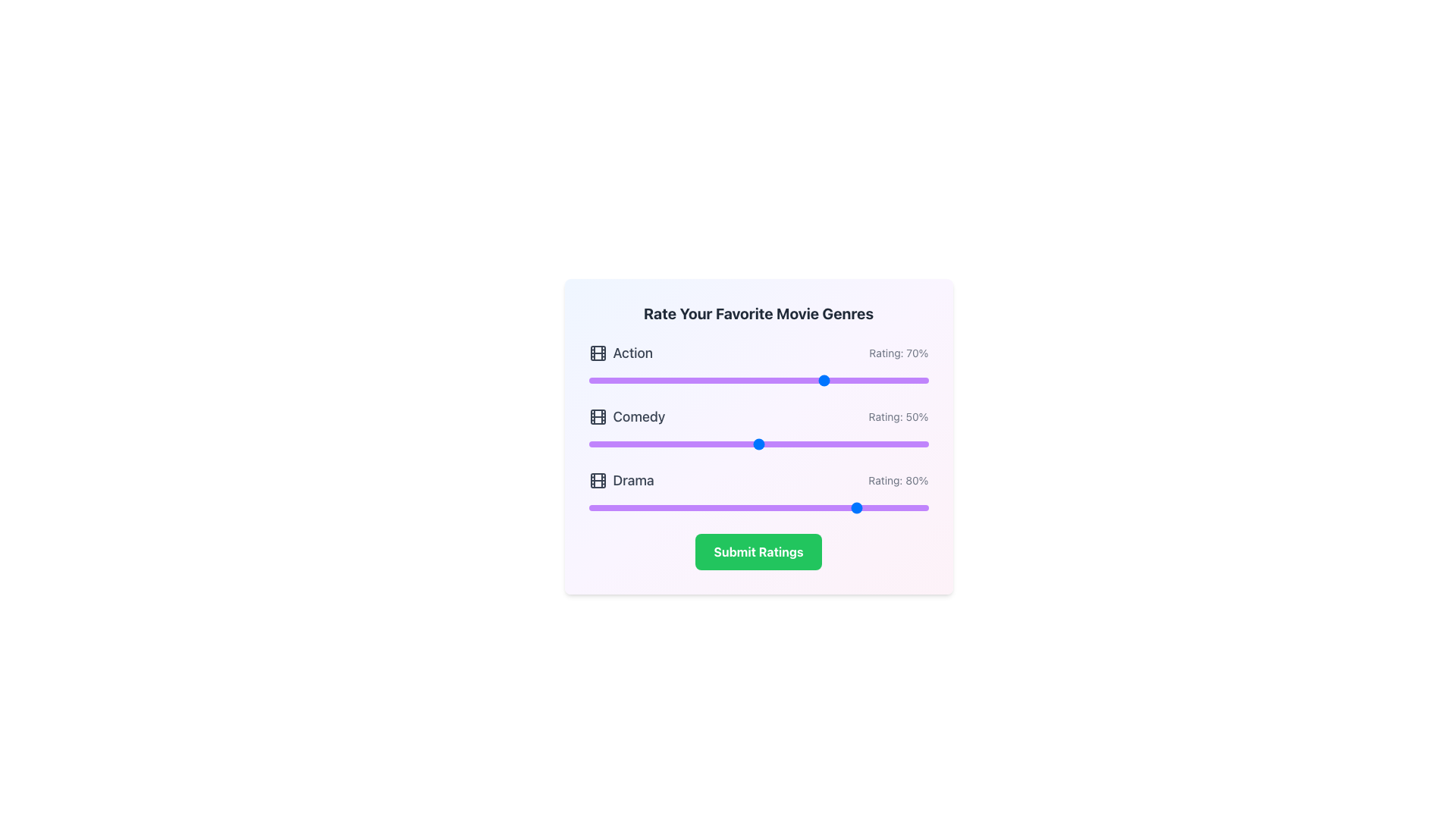 Image resolution: width=1456 pixels, height=819 pixels. Describe the element at coordinates (626, 417) in the screenshot. I see `text label indicating the genre 'Comedy', which is positioned below the 'Action' label and above the 'Drama' label in the movie genres list` at that location.